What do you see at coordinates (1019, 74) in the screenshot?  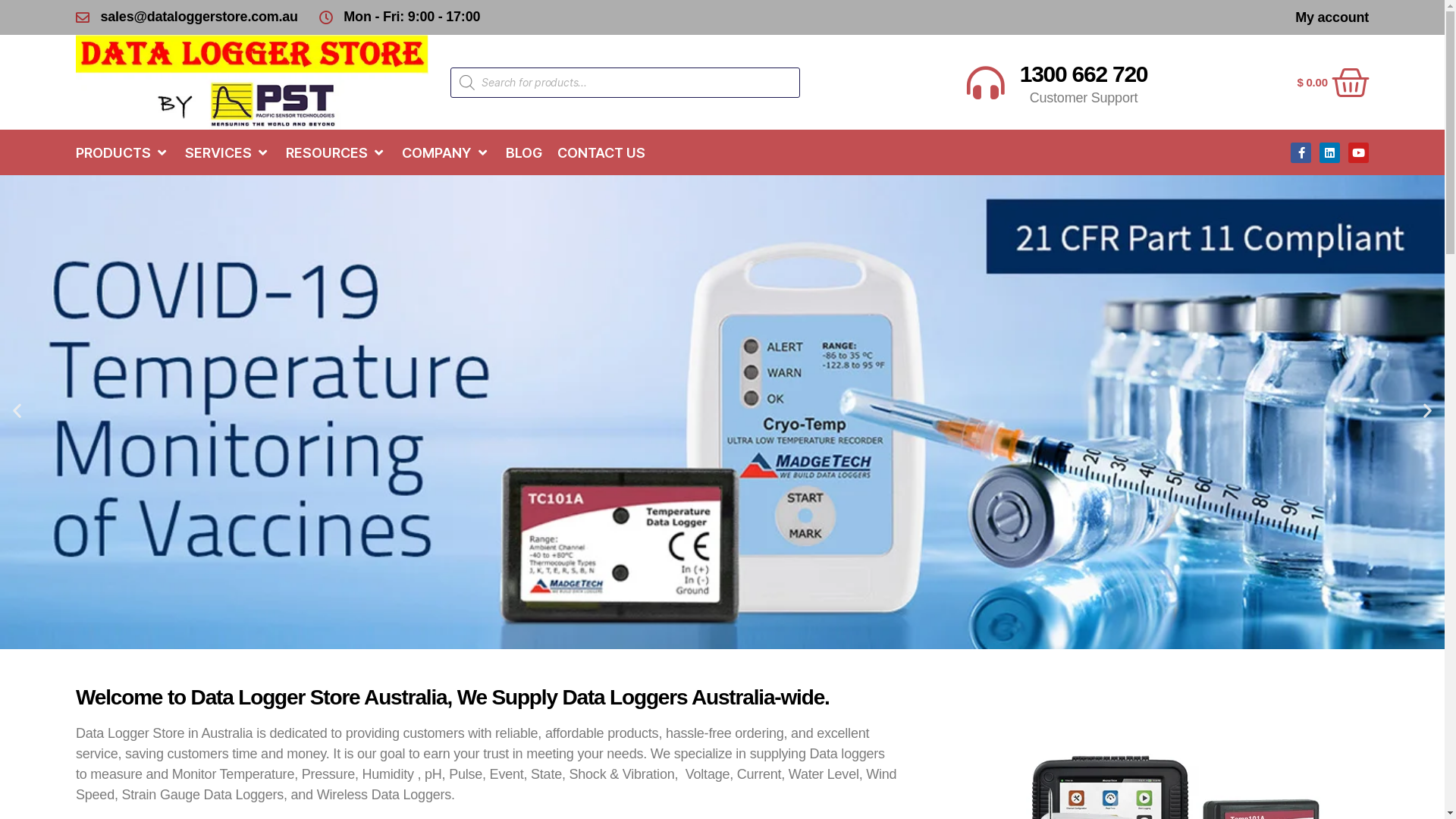 I see `'1300 662 720'` at bounding box center [1019, 74].